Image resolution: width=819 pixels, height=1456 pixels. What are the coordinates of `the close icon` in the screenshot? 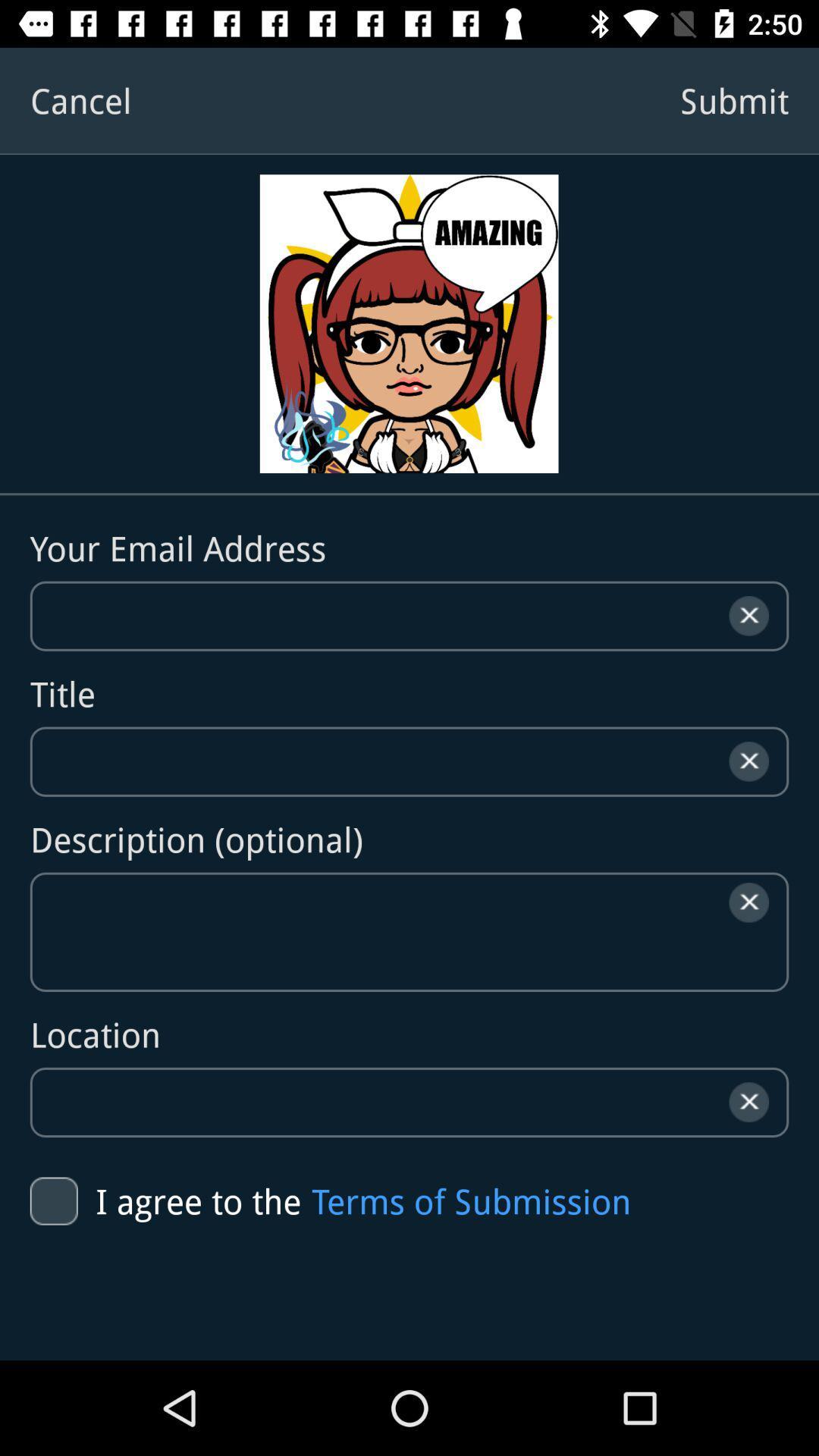 It's located at (748, 1102).